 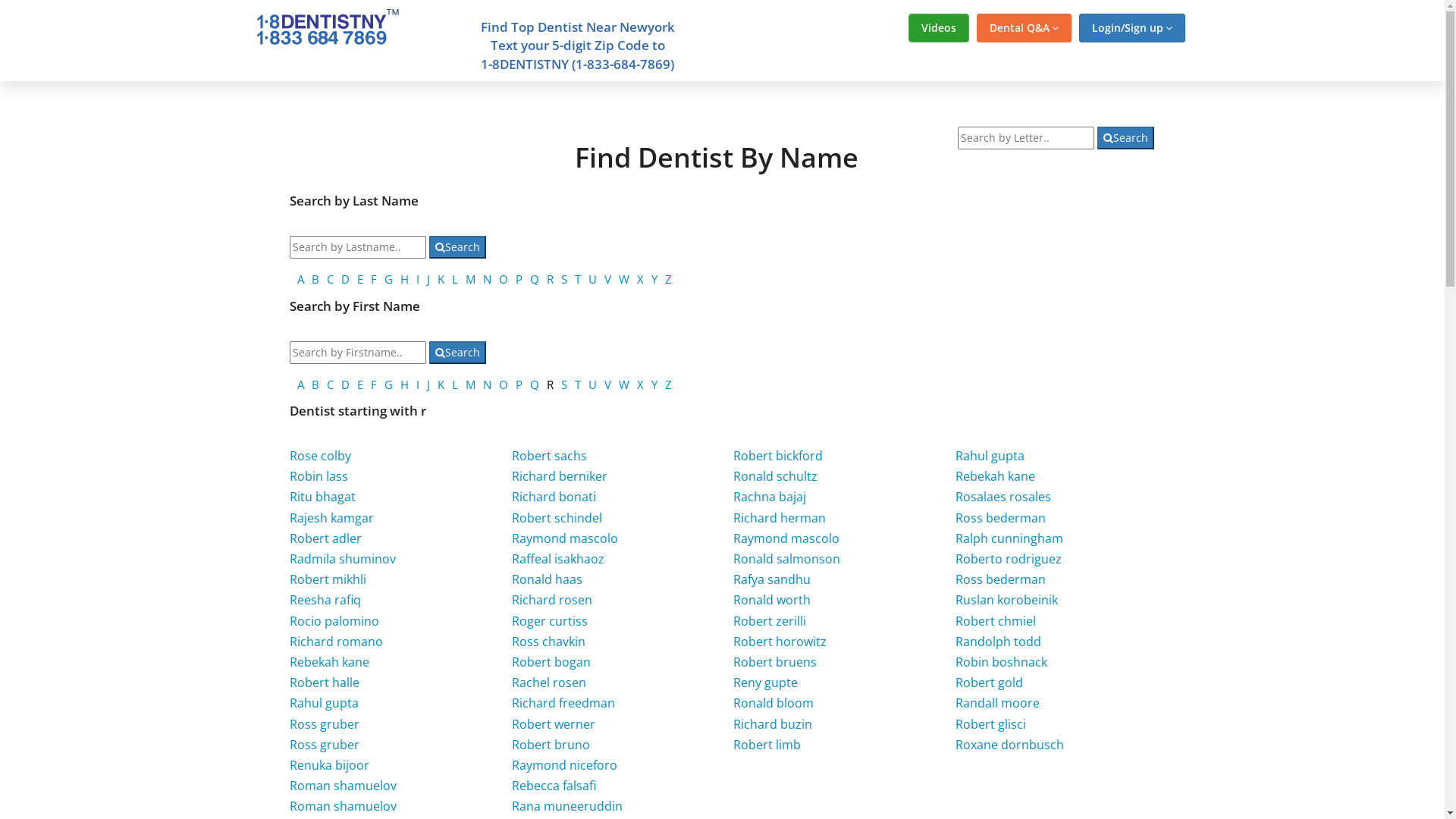 I want to click on 'T', so click(x=574, y=383).